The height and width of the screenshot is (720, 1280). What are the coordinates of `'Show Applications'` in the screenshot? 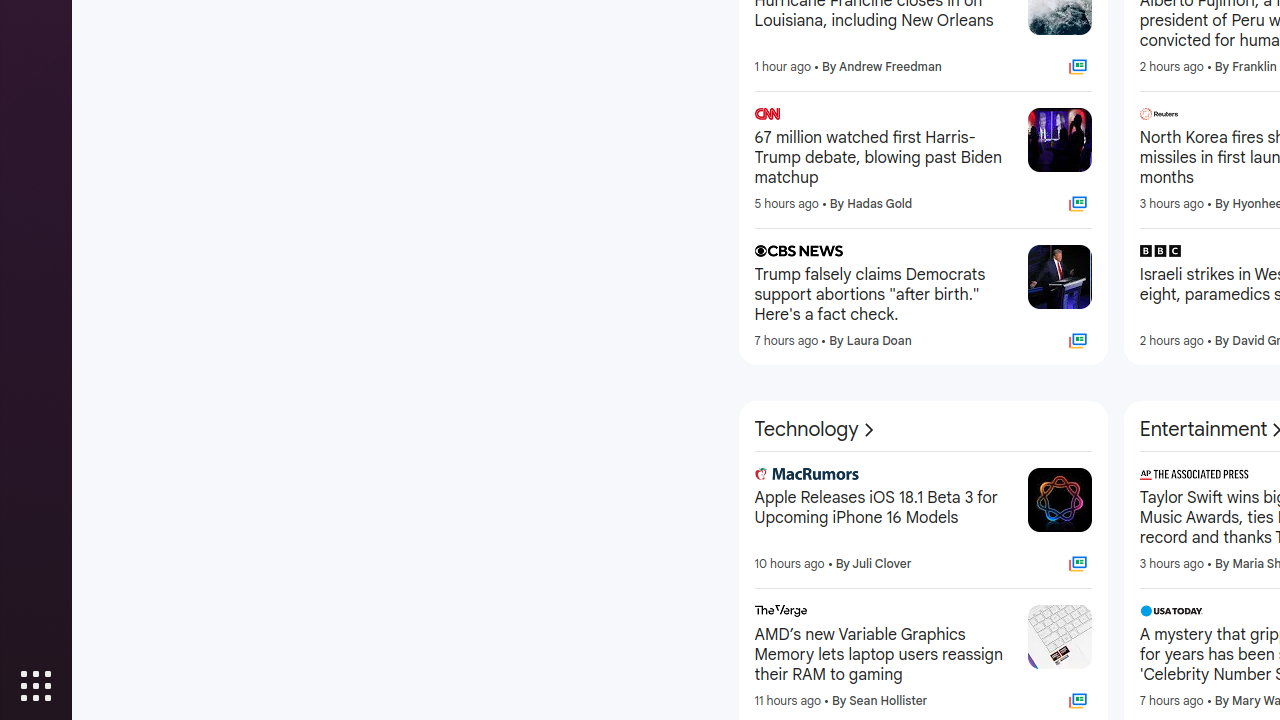 It's located at (35, 685).